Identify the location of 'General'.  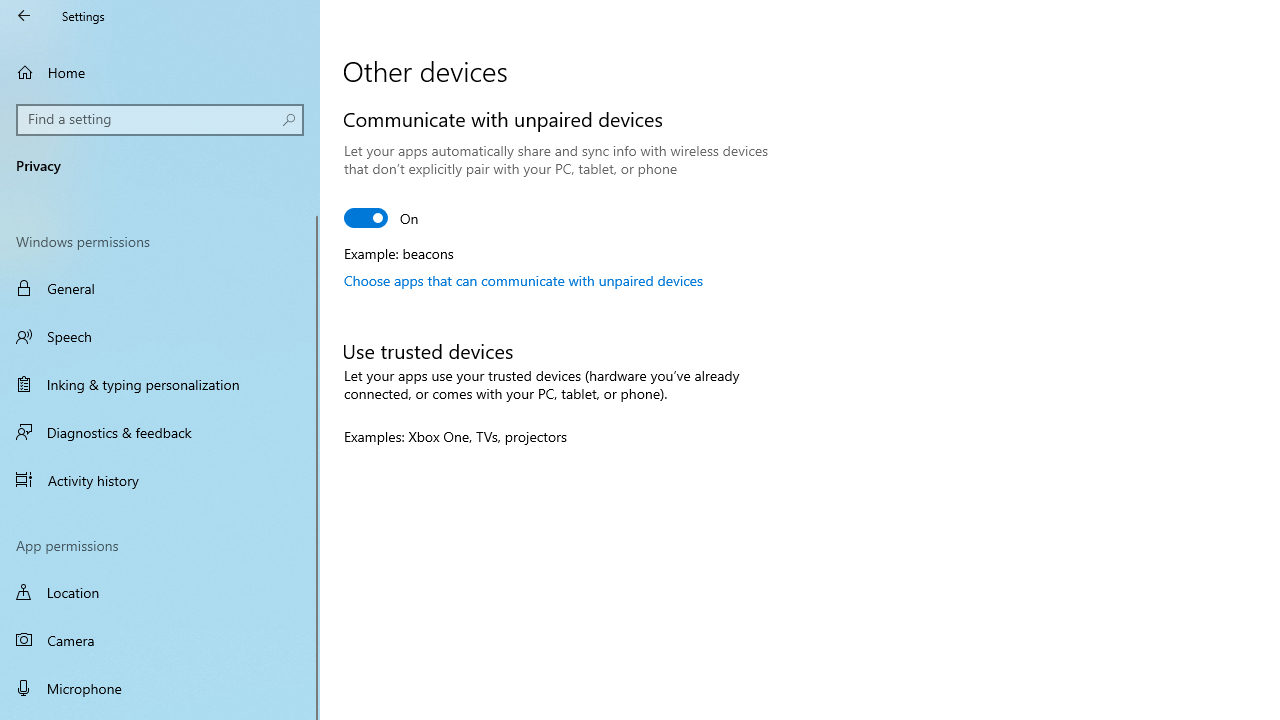
(160, 288).